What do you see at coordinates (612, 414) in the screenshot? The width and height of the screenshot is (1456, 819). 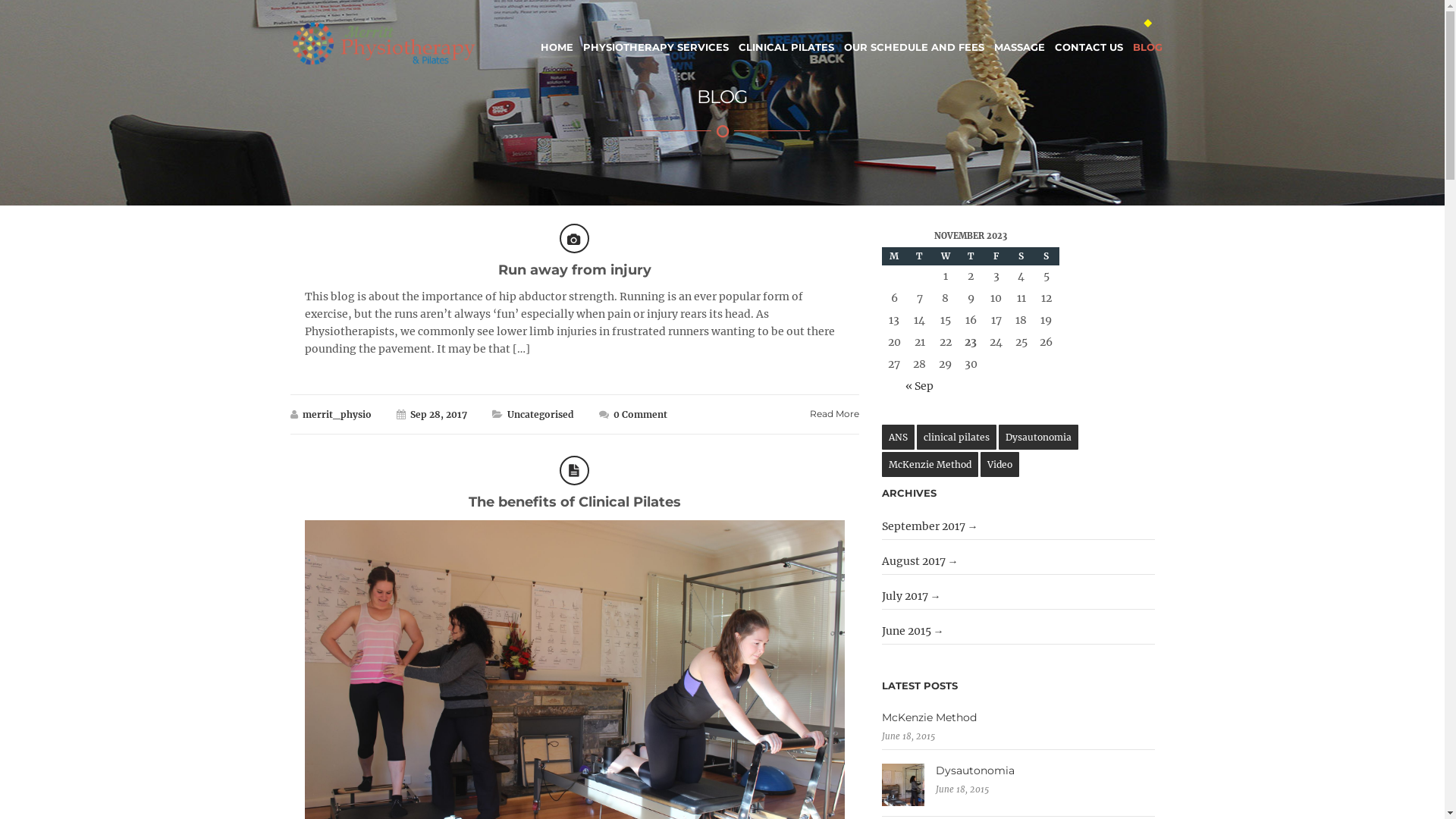 I see `'0 Comment'` at bounding box center [612, 414].